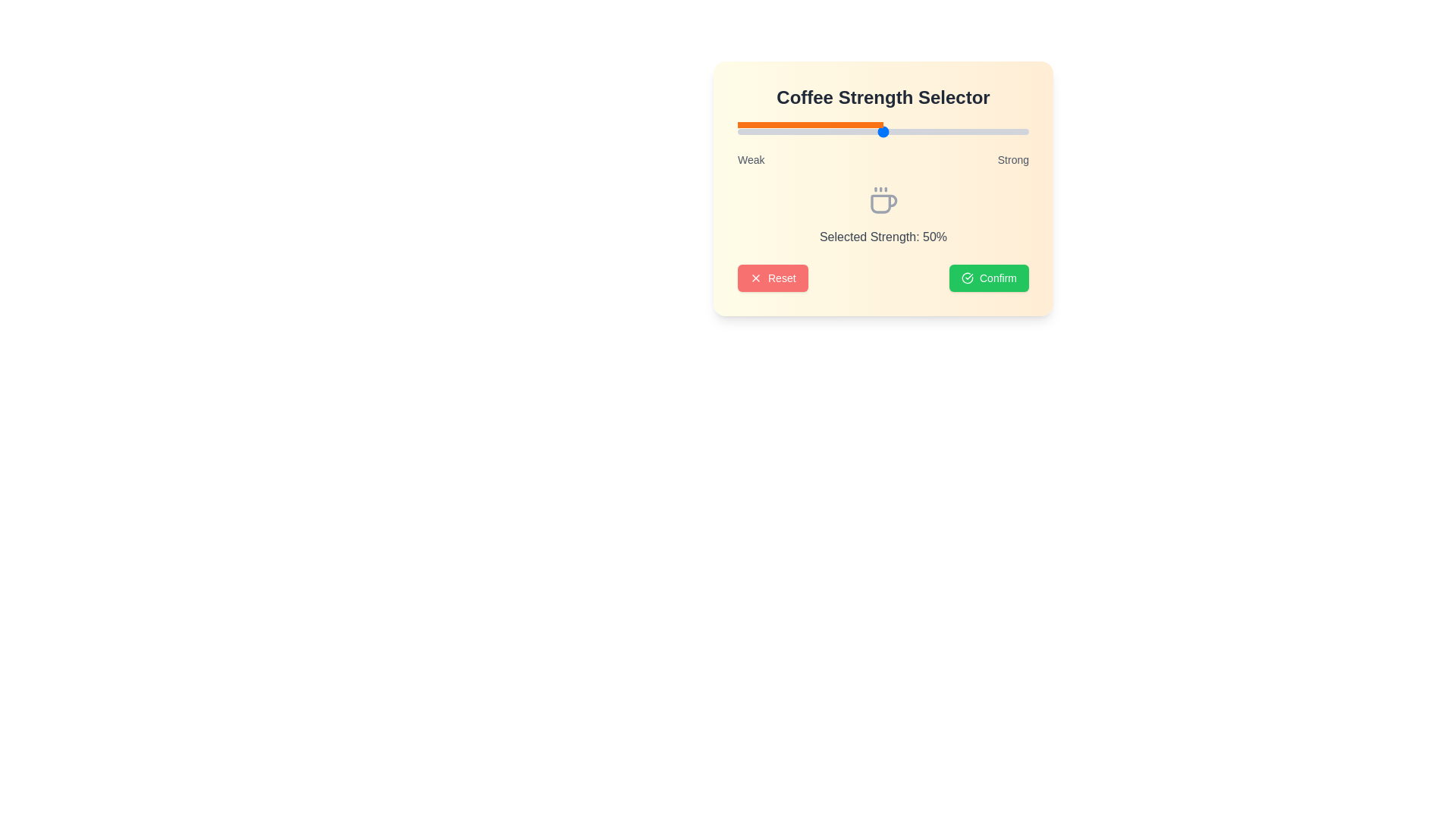 The width and height of the screenshot is (1456, 819). I want to click on the circular green confirmation icon with a white 'check' mark located on the left side of the 'Confirm' button, so click(967, 278).